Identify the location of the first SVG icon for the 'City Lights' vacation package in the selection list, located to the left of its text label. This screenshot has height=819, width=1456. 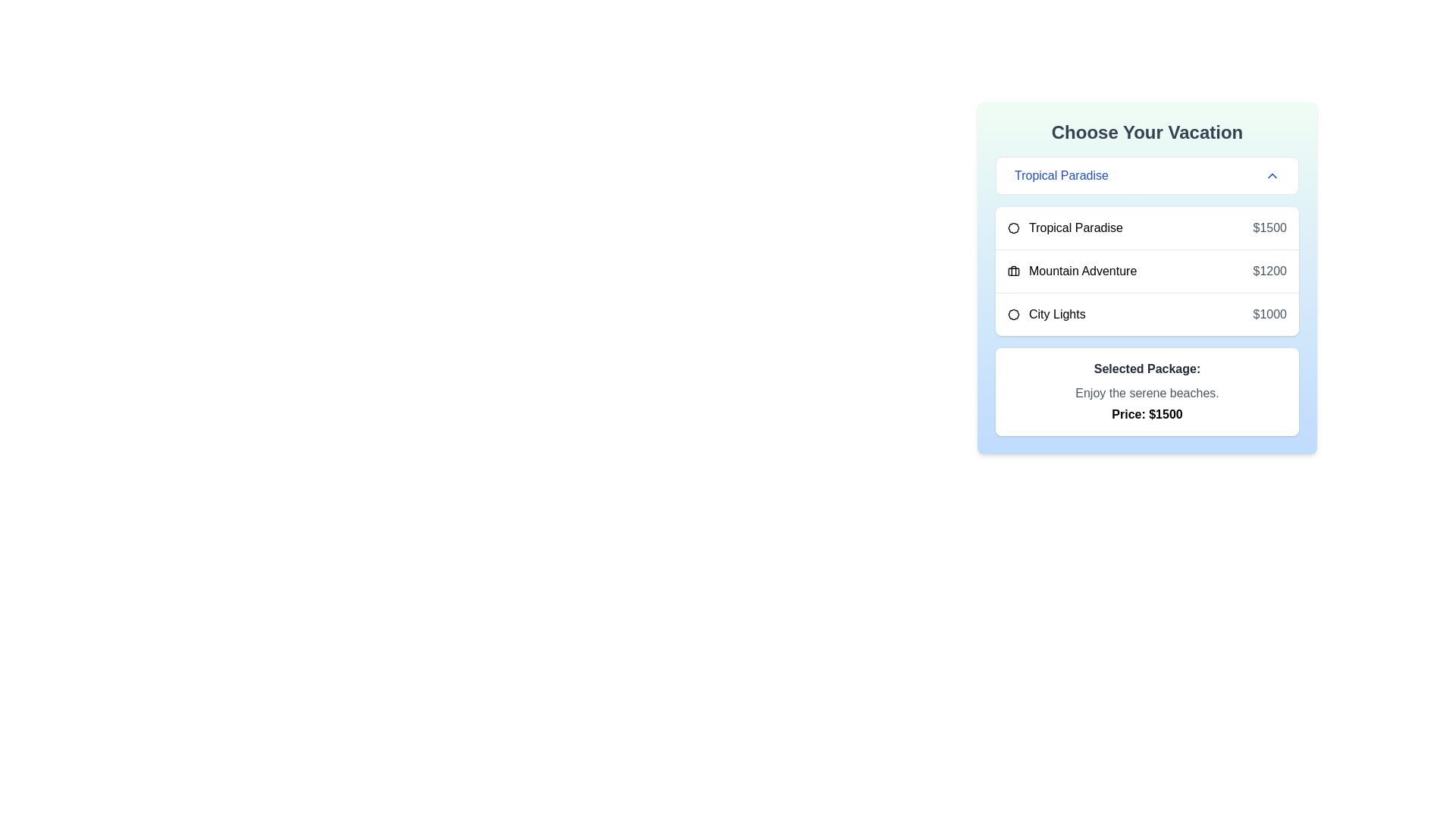
(1014, 314).